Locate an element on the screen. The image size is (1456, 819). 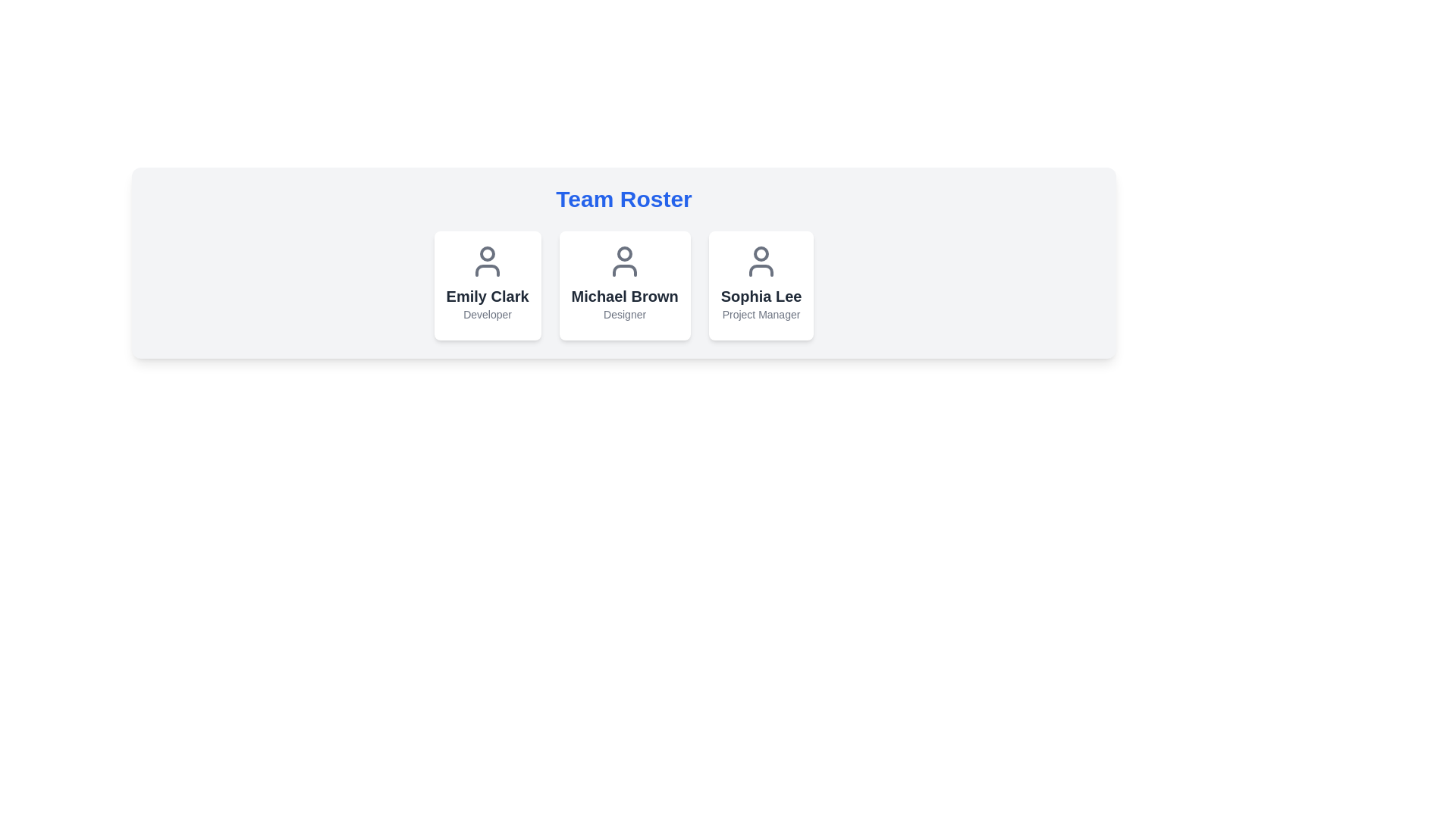
the 'Team Roster' heading, which is a bold, large, blue text element centered within a light gray background is located at coordinates (623, 198).